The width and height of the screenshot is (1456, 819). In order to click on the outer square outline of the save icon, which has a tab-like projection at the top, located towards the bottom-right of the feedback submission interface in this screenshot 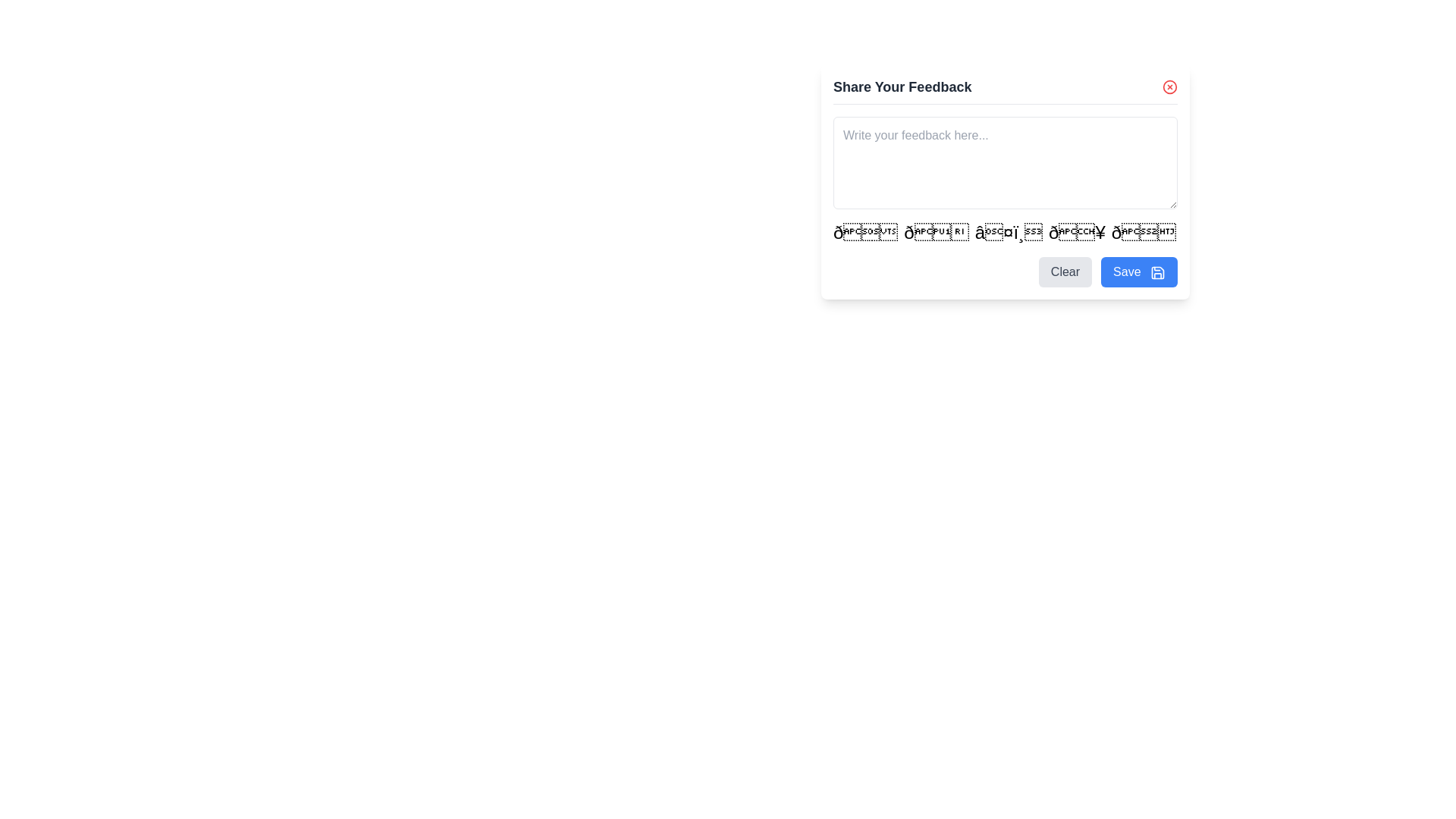, I will do `click(1156, 271)`.